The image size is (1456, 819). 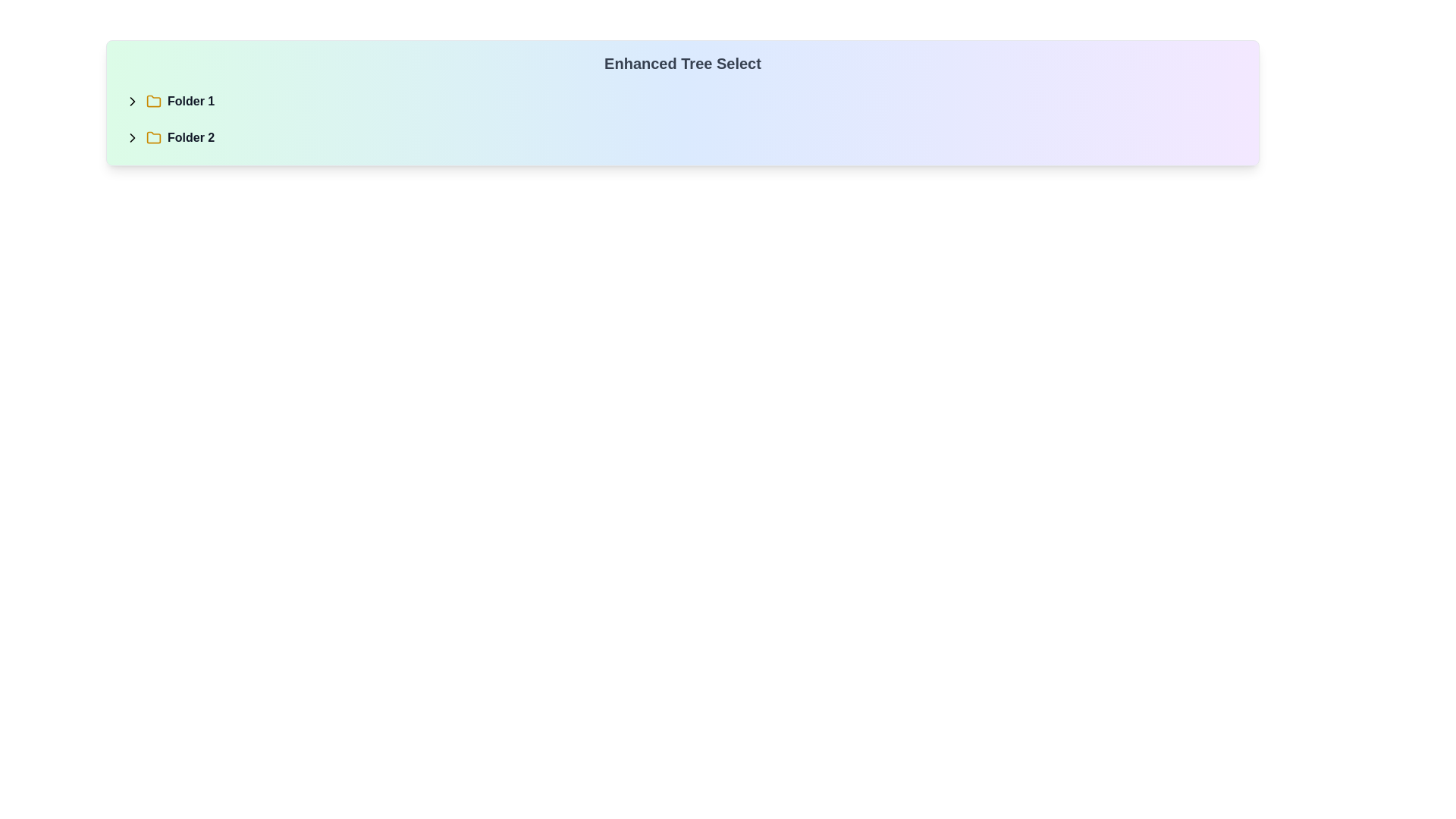 I want to click on the Chevron expand/collapse toggle button, which is a right-pointing chevron icon styled with a simple outline, located next to the yellow folder icon and the text 'Folder 1', so click(x=132, y=102).